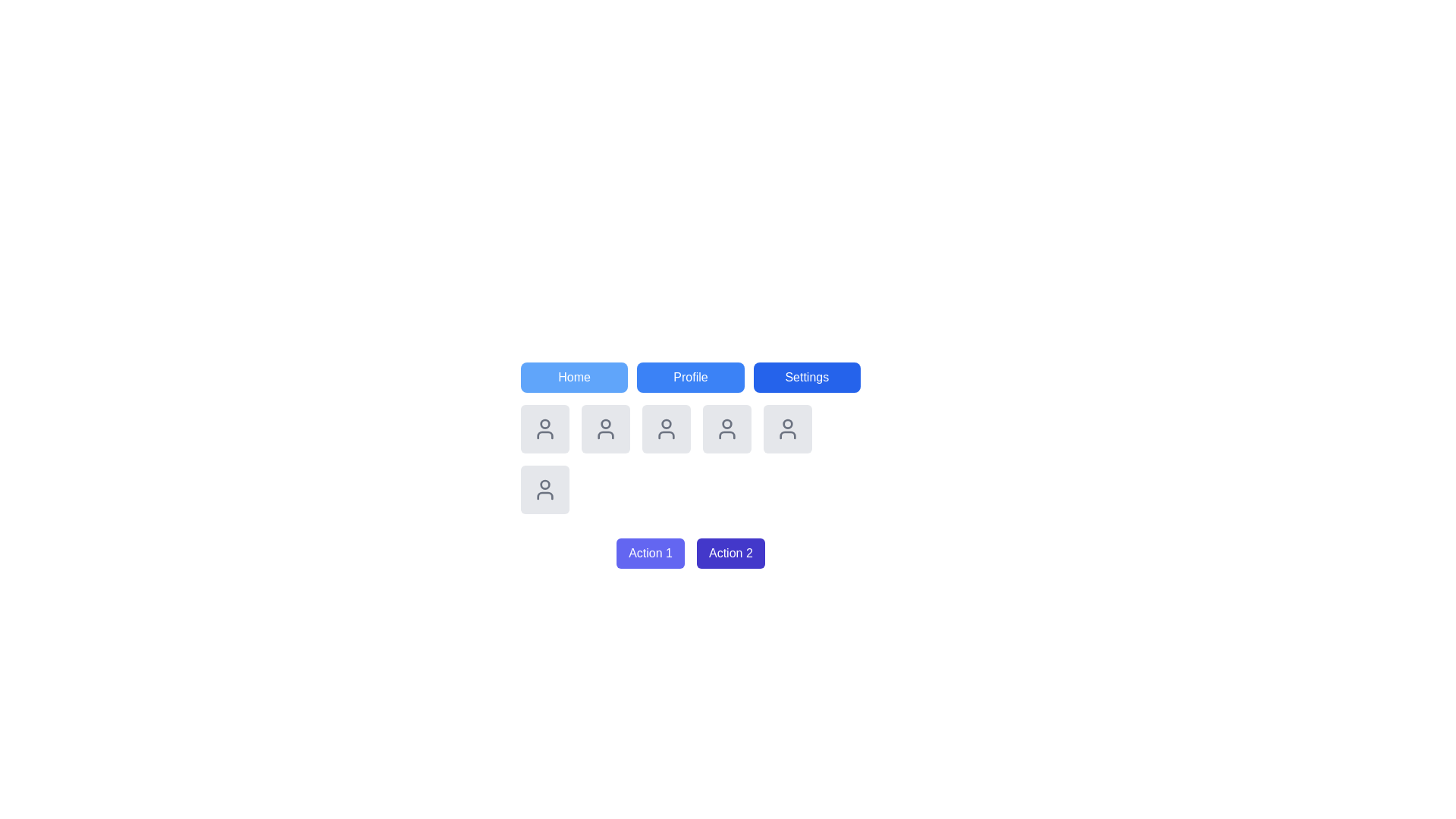 The width and height of the screenshot is (1456, 819). What do you see at coordinates (545, 429) in the screenshot?
I see `the first user profile icon, which is a circular head with a semi-oval body outline styled in gray` at bounding box center [545, 429].